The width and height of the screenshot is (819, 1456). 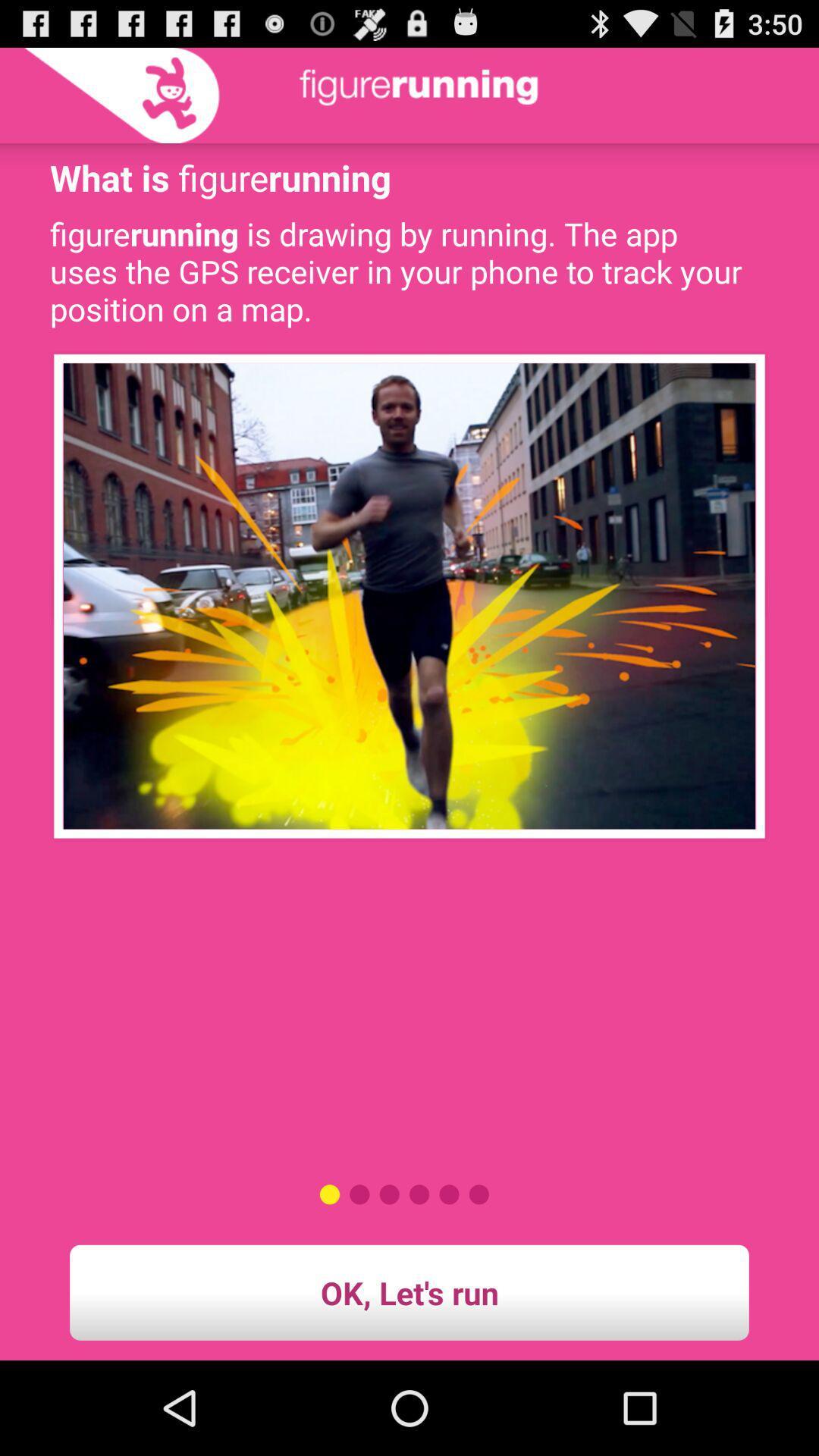 I want to click on the ok let s button, so click(x=409, y=1291).